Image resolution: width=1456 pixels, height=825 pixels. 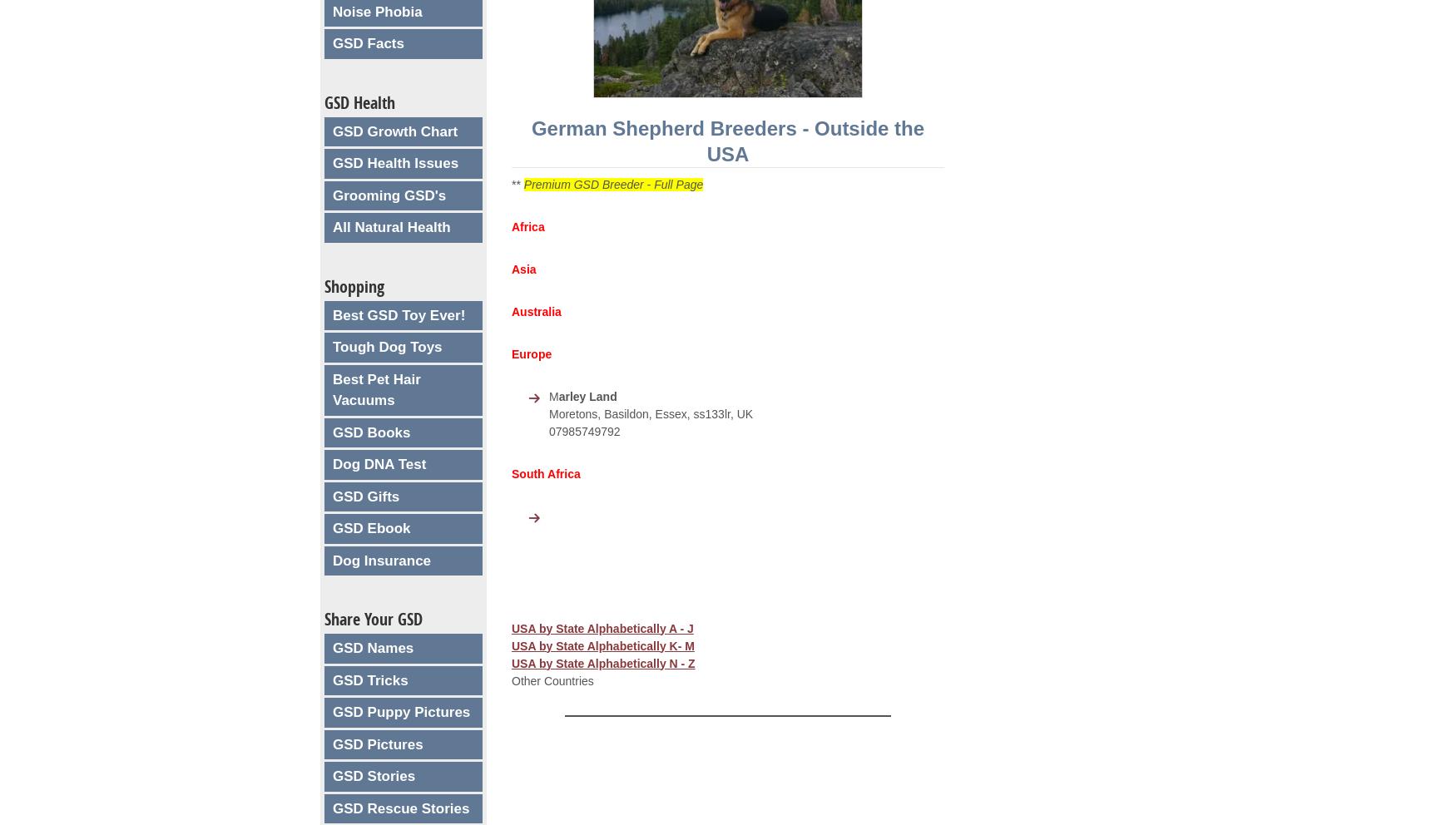 I want to click on 'USA by State Alphabetically K- M', so click(x=602, y=645).